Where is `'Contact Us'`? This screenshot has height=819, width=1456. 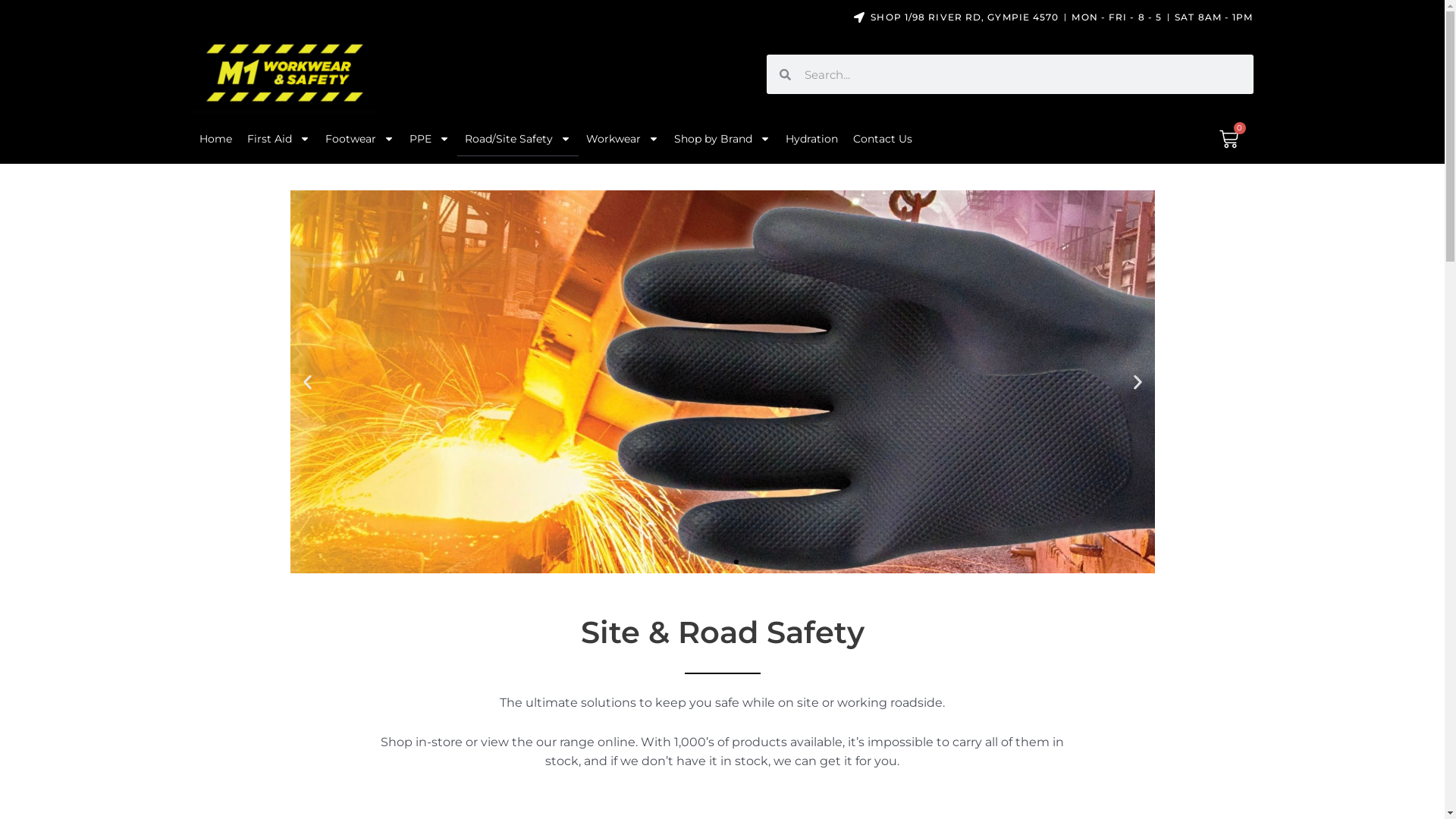
'Contact Us' is located at coordinates (881, 138).